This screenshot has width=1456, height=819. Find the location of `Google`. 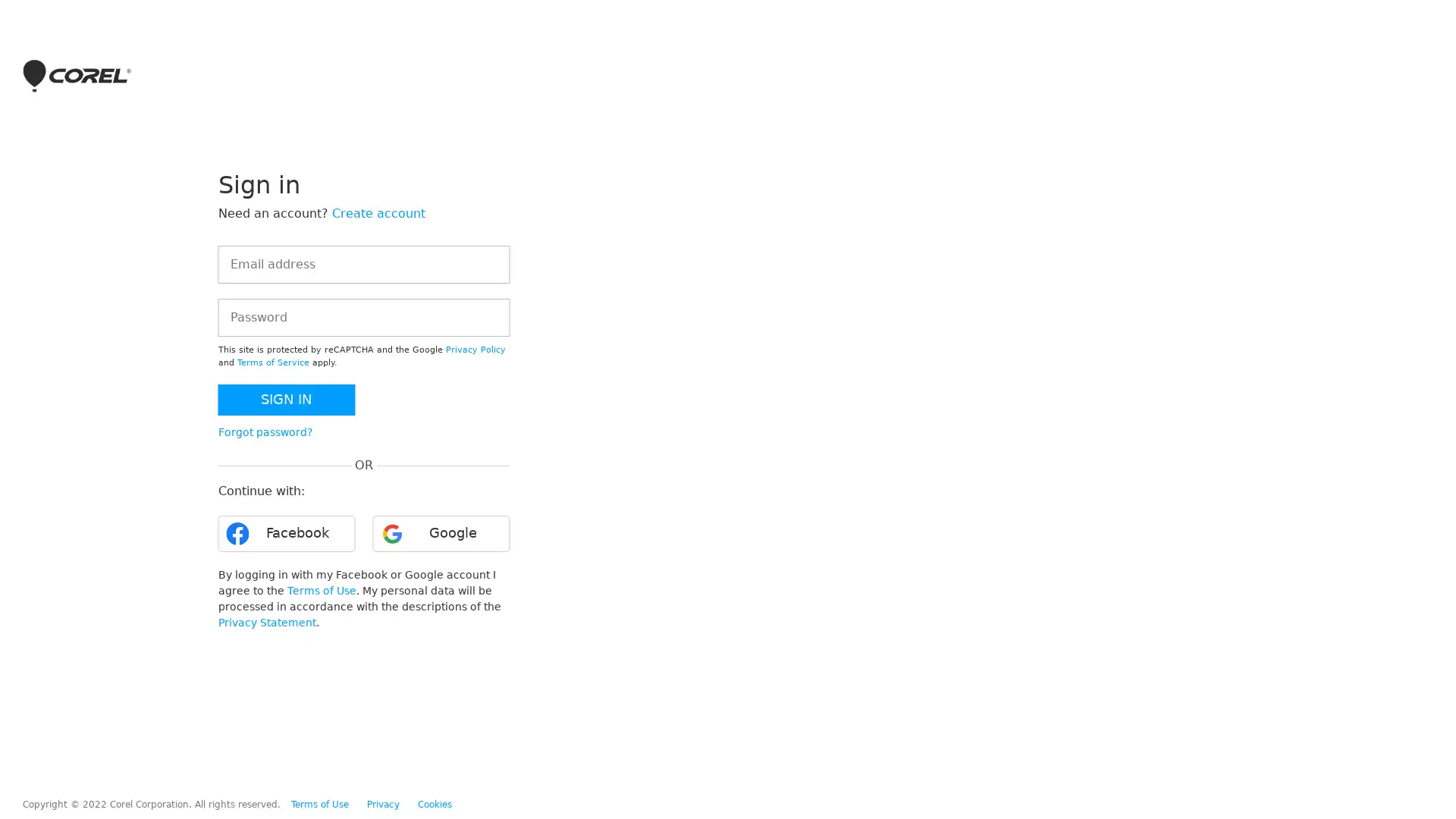

Google is located at coordinates (440, 533).